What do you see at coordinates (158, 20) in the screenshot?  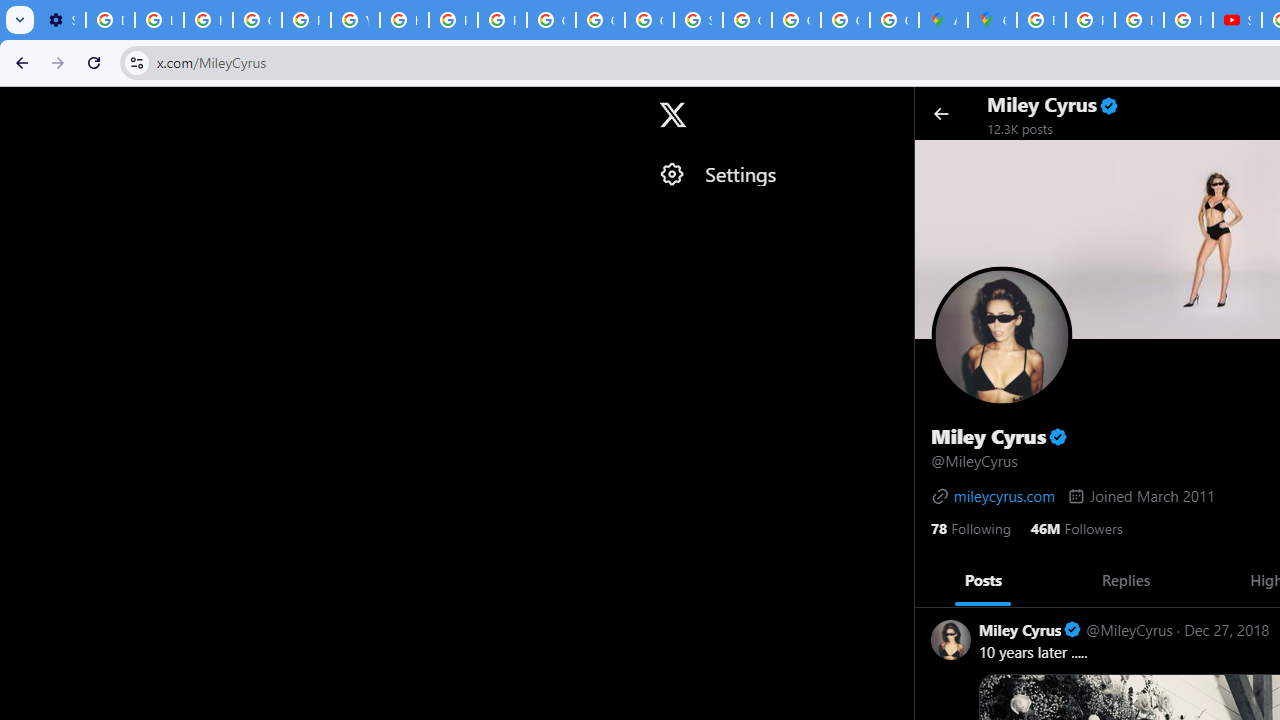 I see `'Learn how to find your photos - Google Photos Help'` at bounding box center [158, 20].